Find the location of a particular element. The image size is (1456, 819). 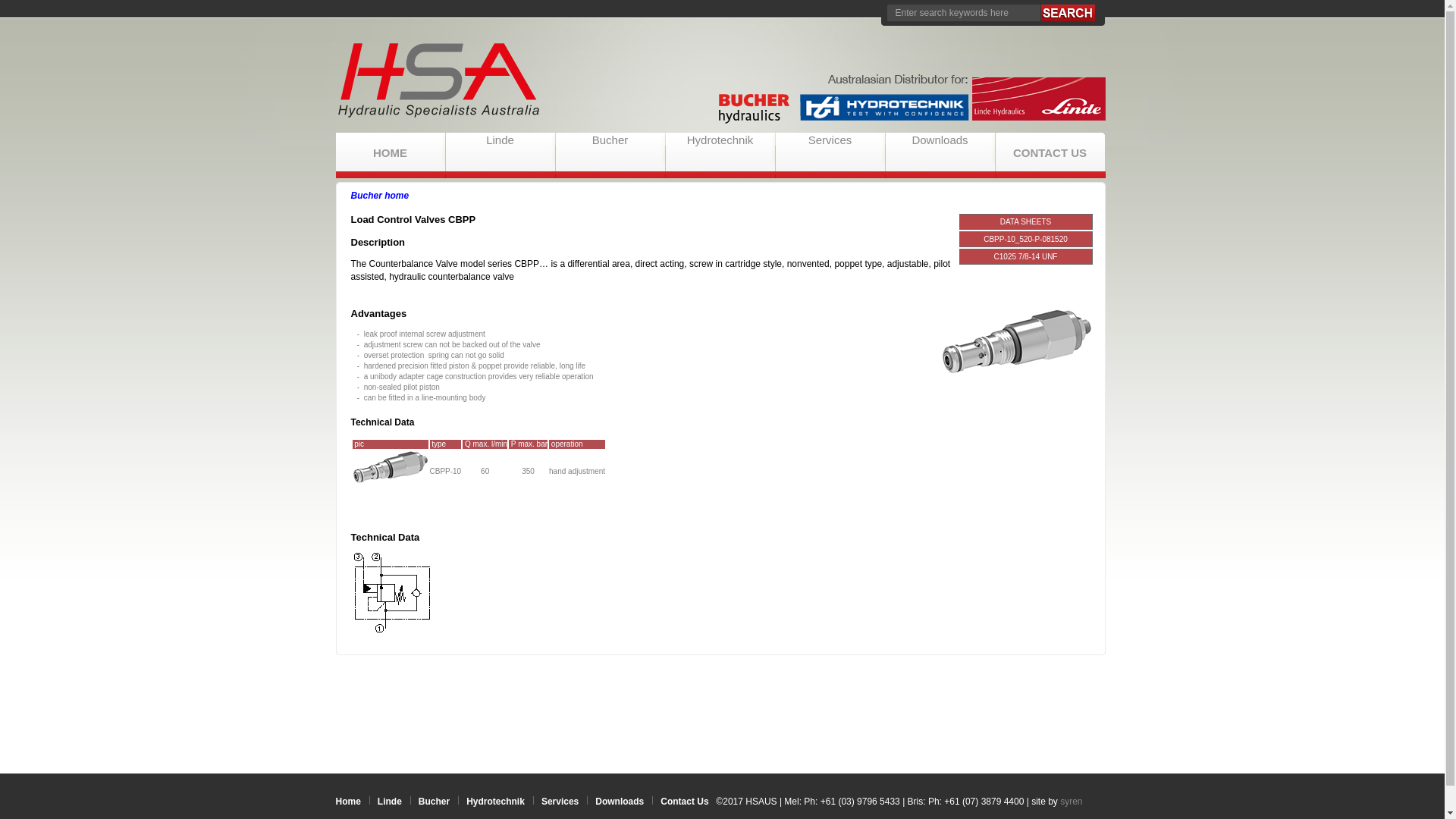

'Downloads' is located at coordinates (619, 800).